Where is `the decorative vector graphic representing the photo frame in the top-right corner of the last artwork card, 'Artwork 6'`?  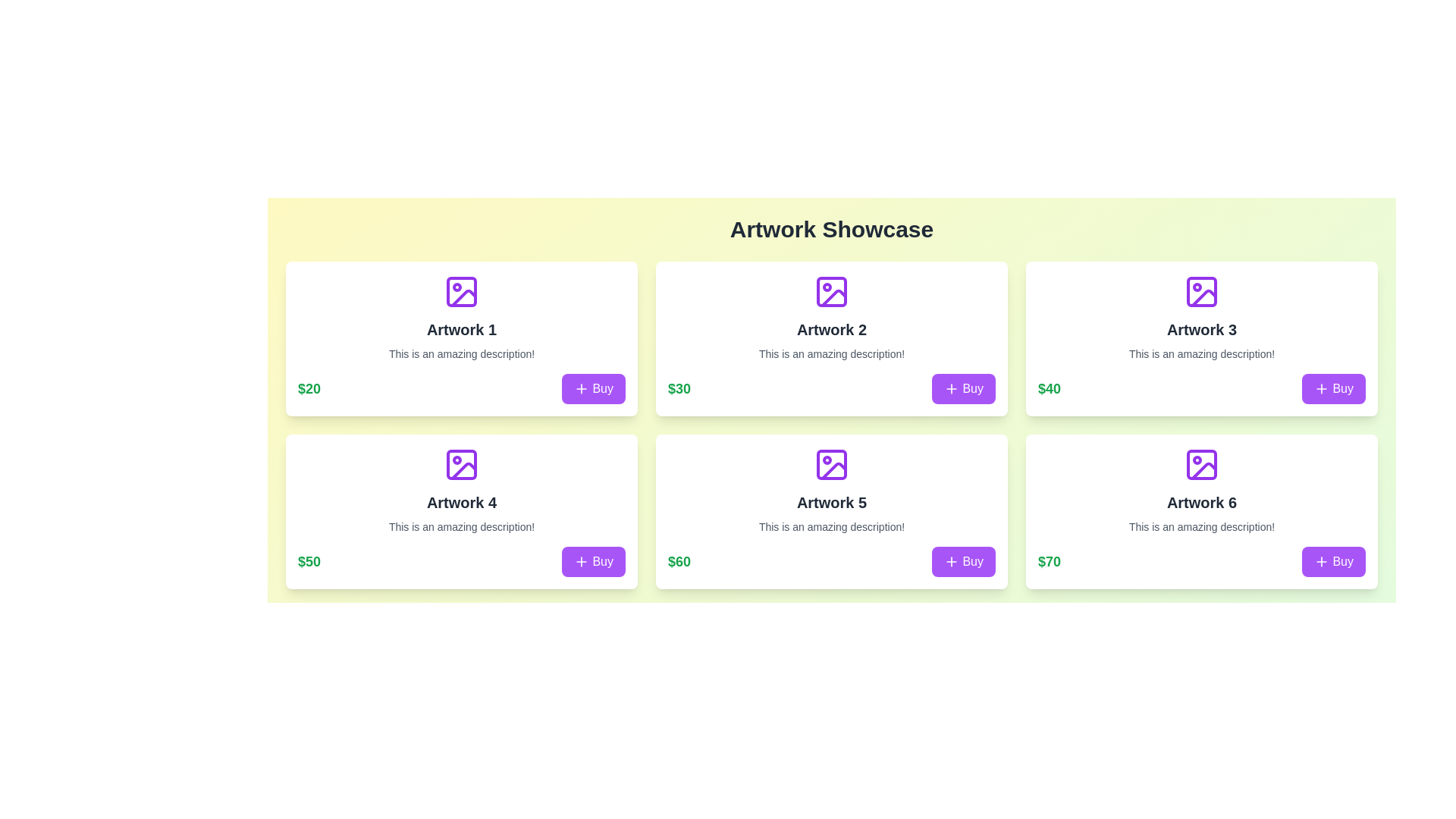
the decorative vector graphic representing the photo frame in the top-right corner of the last artwork card, 'Artwork 6' is located at coordinates (1200, 464).